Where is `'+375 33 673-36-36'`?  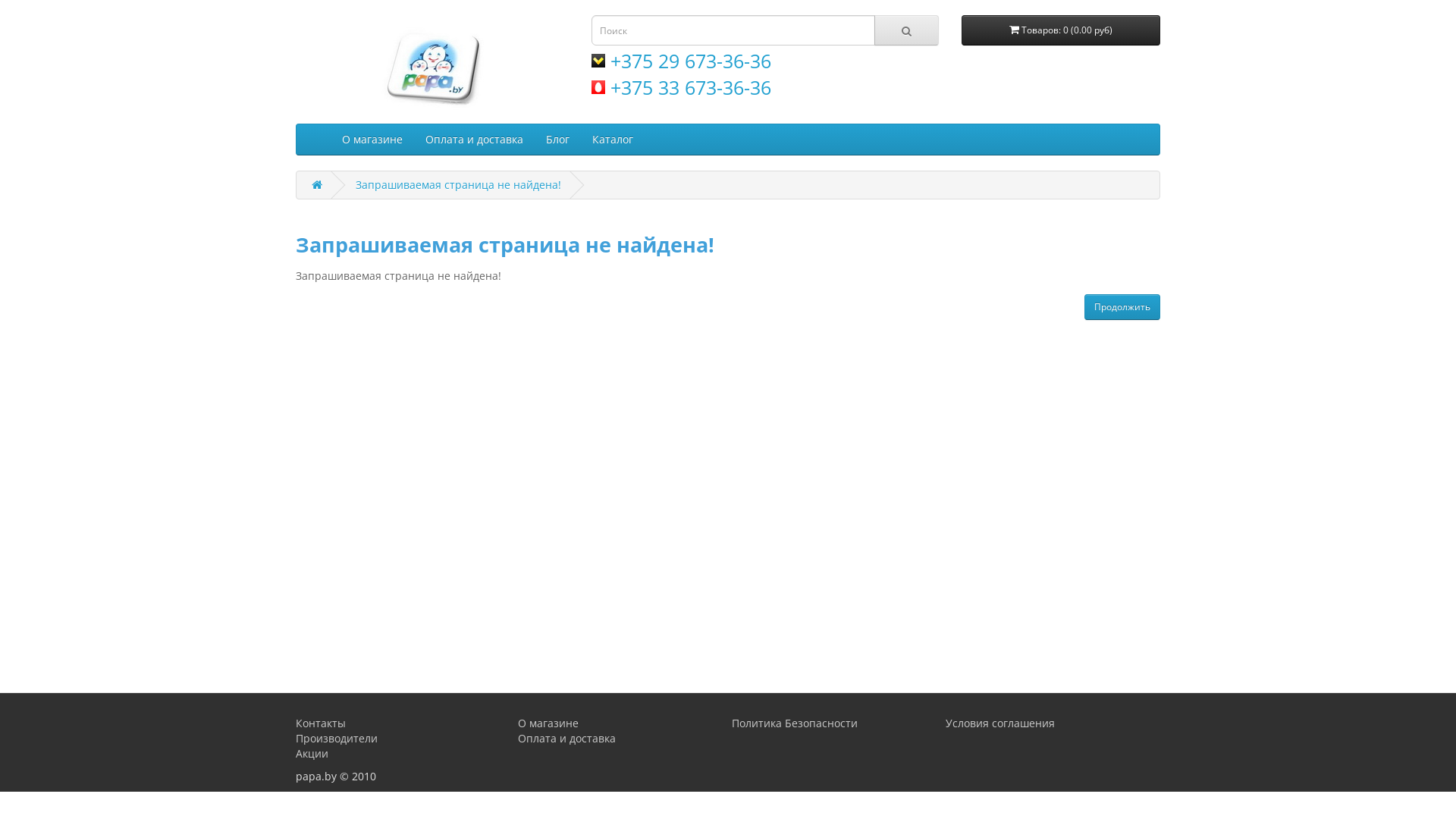 '+375 33 673-36-36' is located at coordinates (680, 87).